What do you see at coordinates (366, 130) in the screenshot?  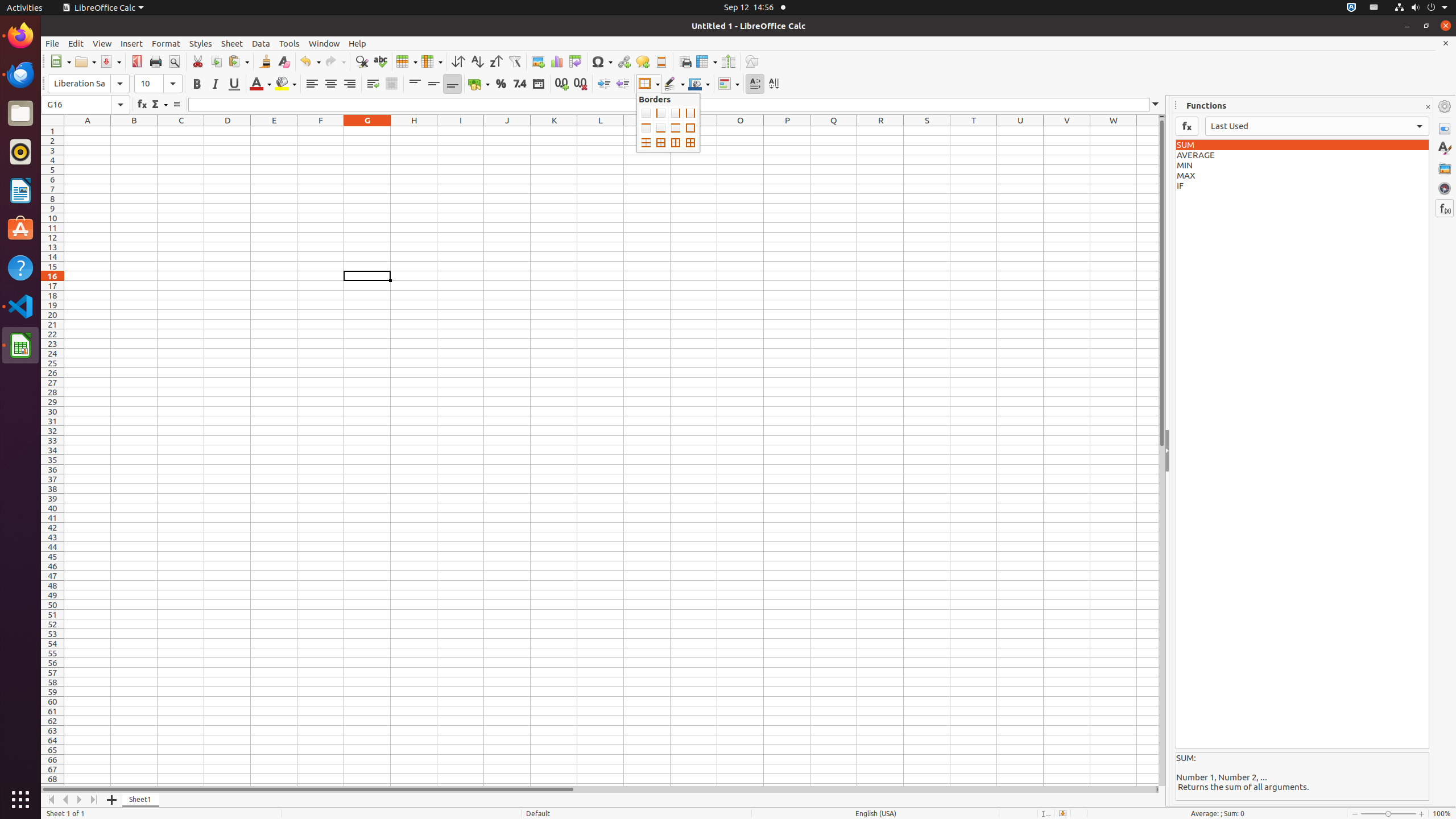 I see `'G1'` at bounding box center [366, 130].